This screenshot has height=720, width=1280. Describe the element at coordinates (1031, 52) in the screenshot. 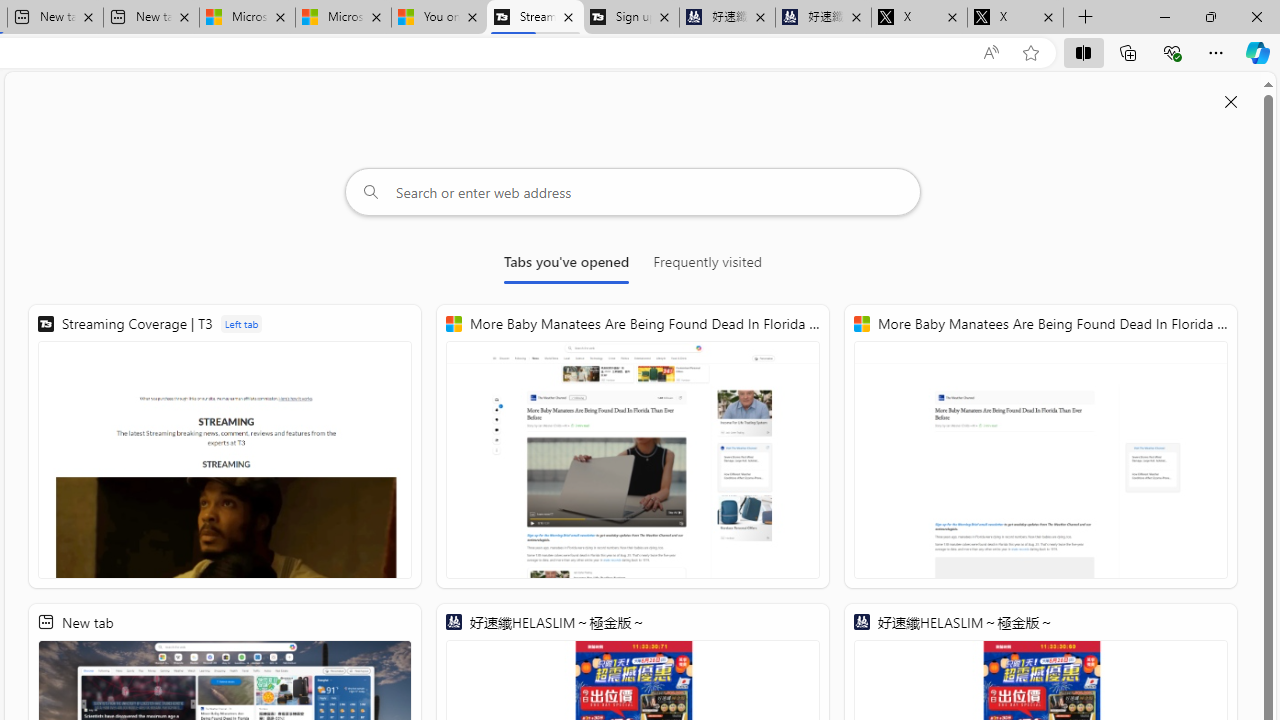

I see `'Add this page to favorites (Ctrl+D)'` at that location.